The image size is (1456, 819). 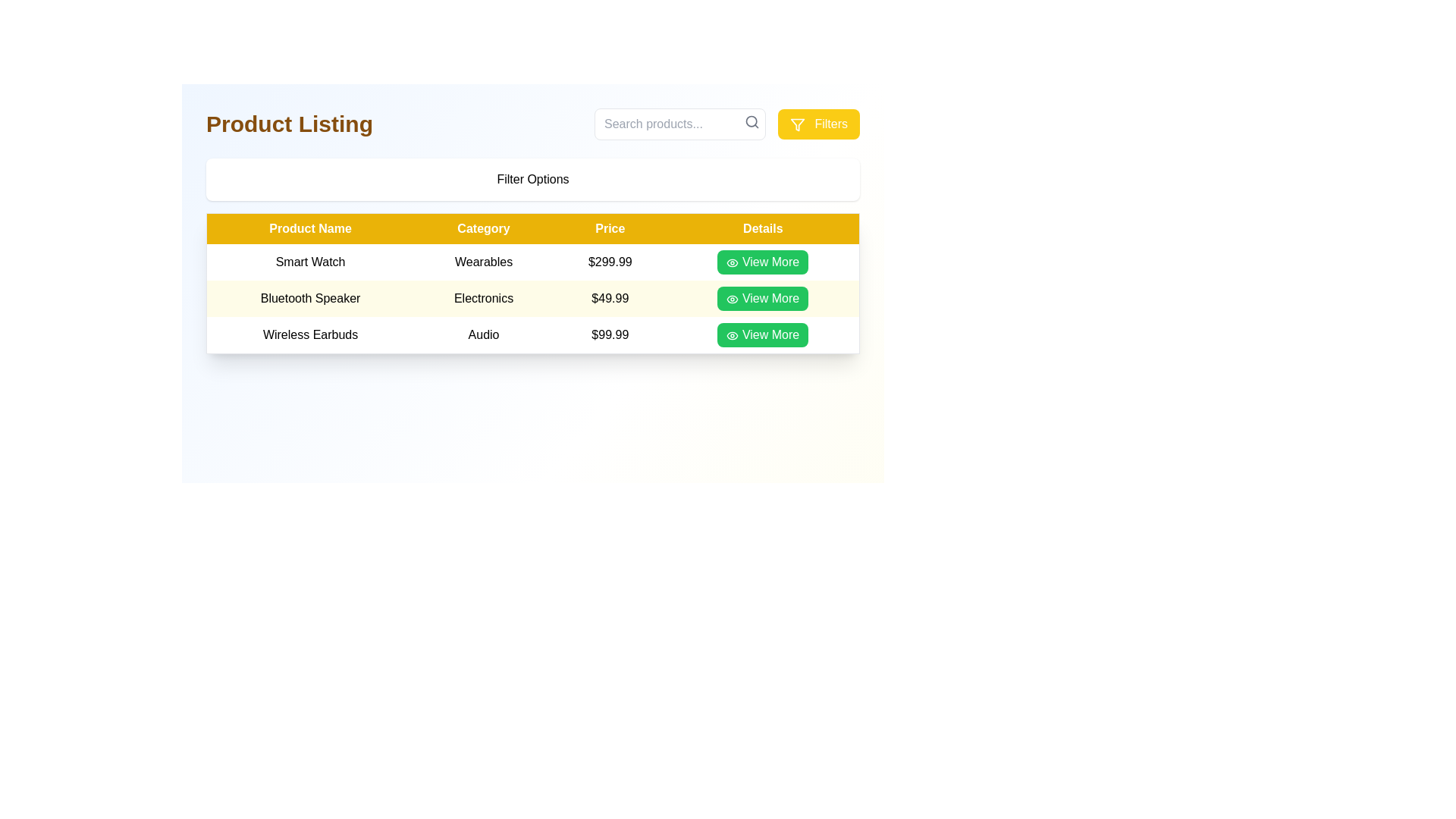 I want to click on the price label for the 'Wireless Earbuds' product, located in the third row under the 'Price' column, between the 'Audio' category cell and the 'View More' button, so click(x=610, y=334).